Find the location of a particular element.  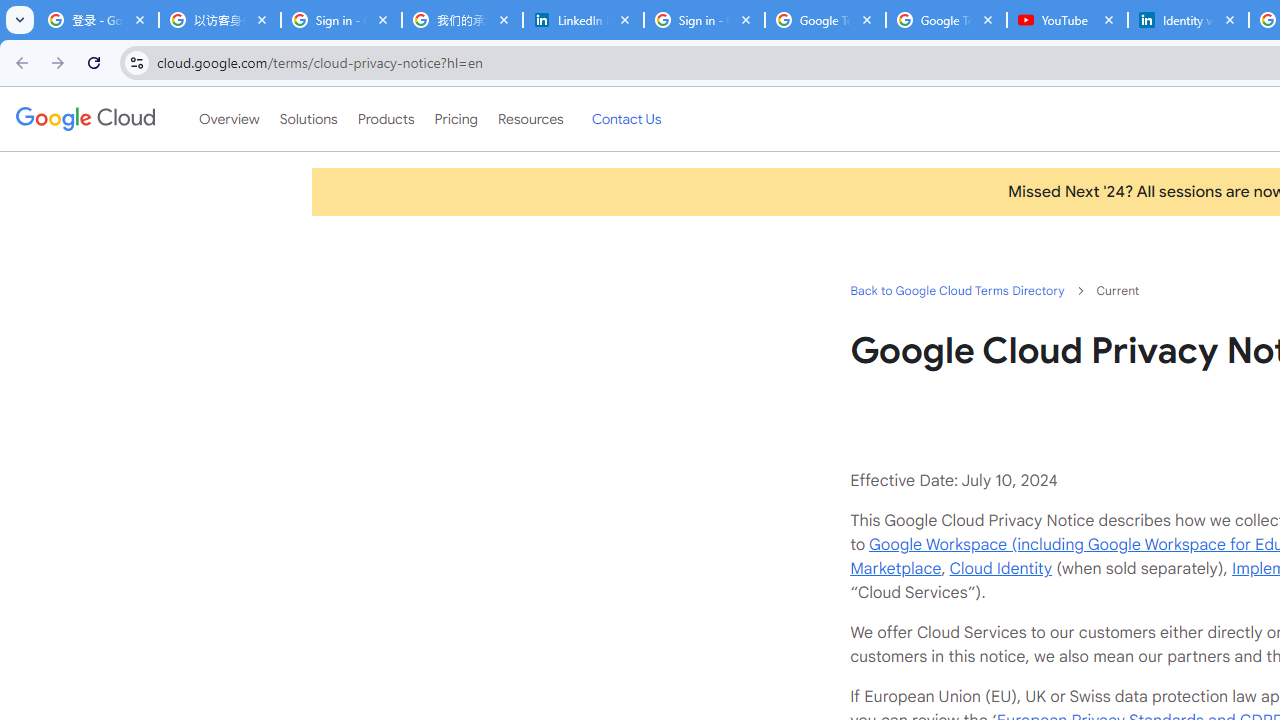

'Sign in - Google Accounts' is located at coordinates (704, 20).